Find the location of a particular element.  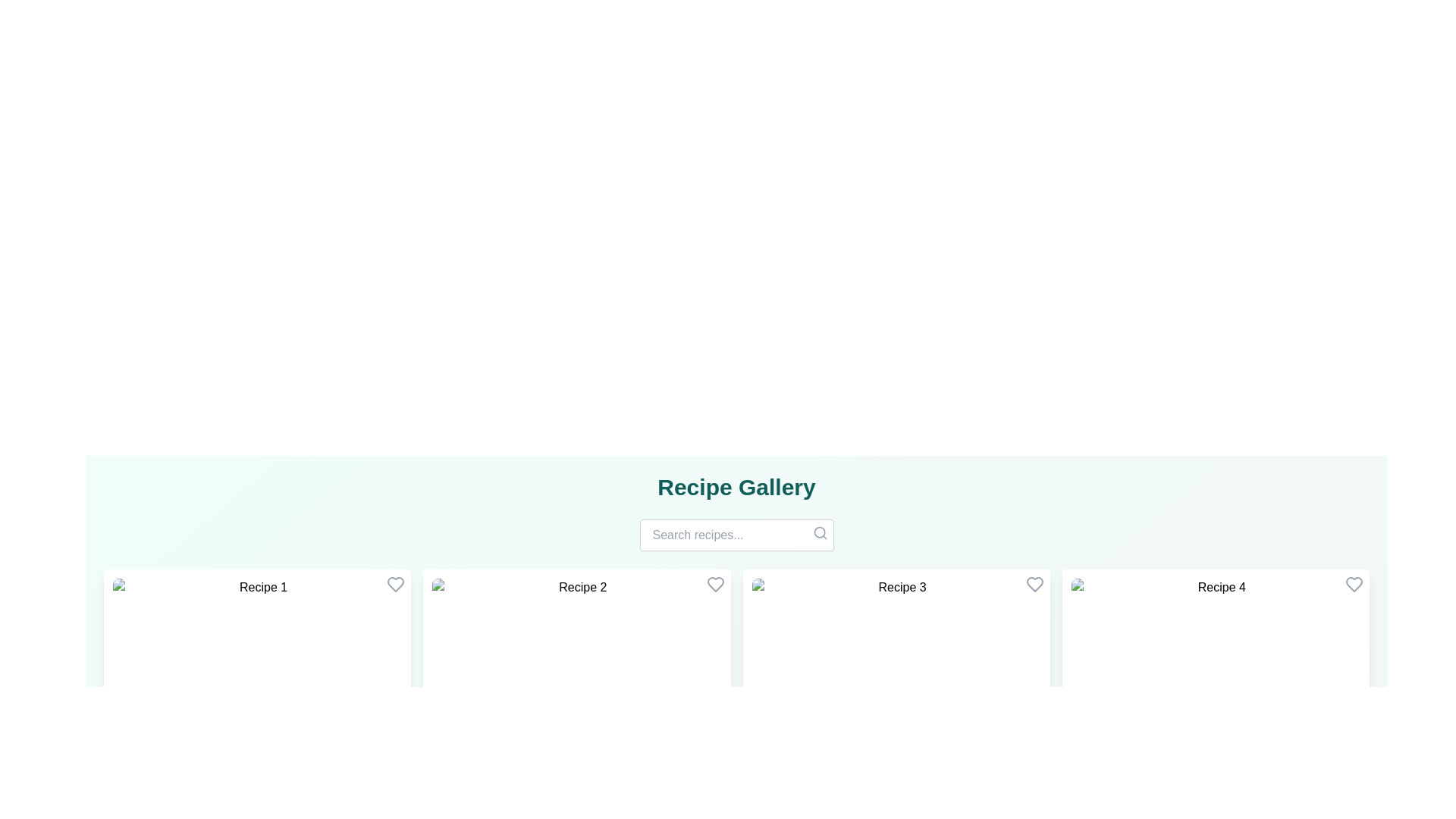

the heart-shaped icon button in the top-right corner of the 'Recipe 4' card to mark it as favorite is located at coordinates (1354, 584).